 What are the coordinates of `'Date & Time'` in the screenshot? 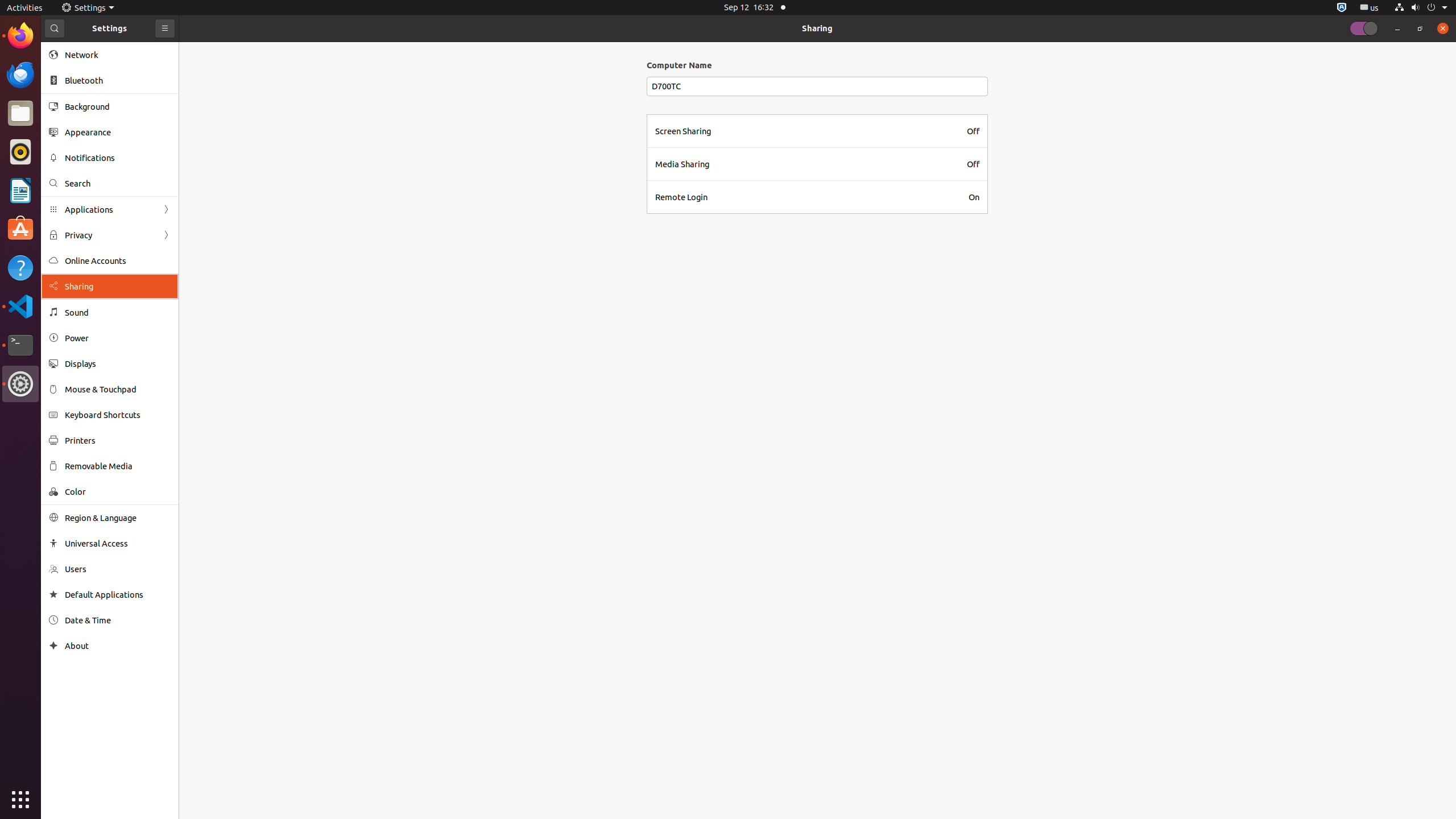 It's located at (118, 619).